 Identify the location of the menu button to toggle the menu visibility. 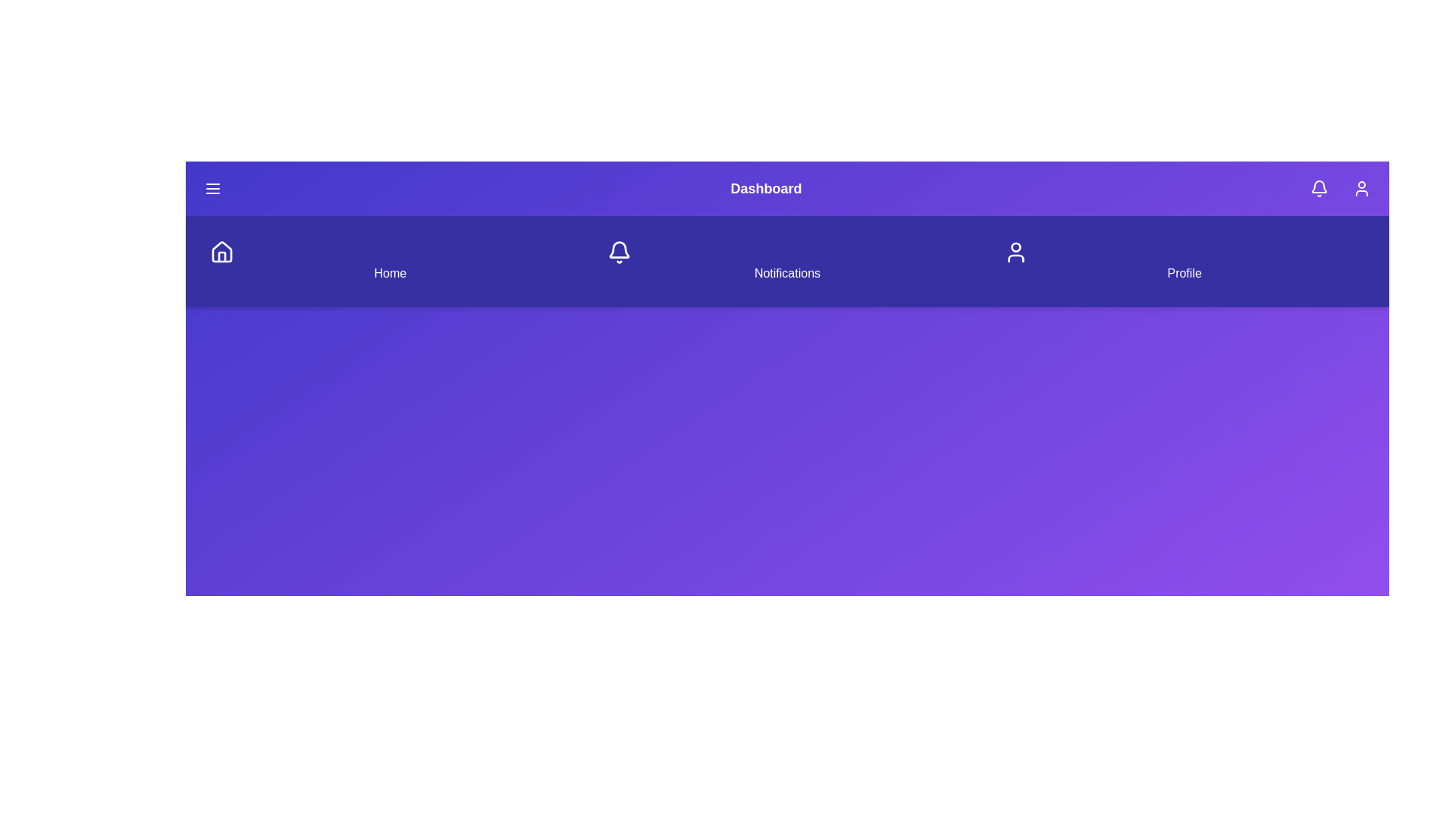
(212, 188).